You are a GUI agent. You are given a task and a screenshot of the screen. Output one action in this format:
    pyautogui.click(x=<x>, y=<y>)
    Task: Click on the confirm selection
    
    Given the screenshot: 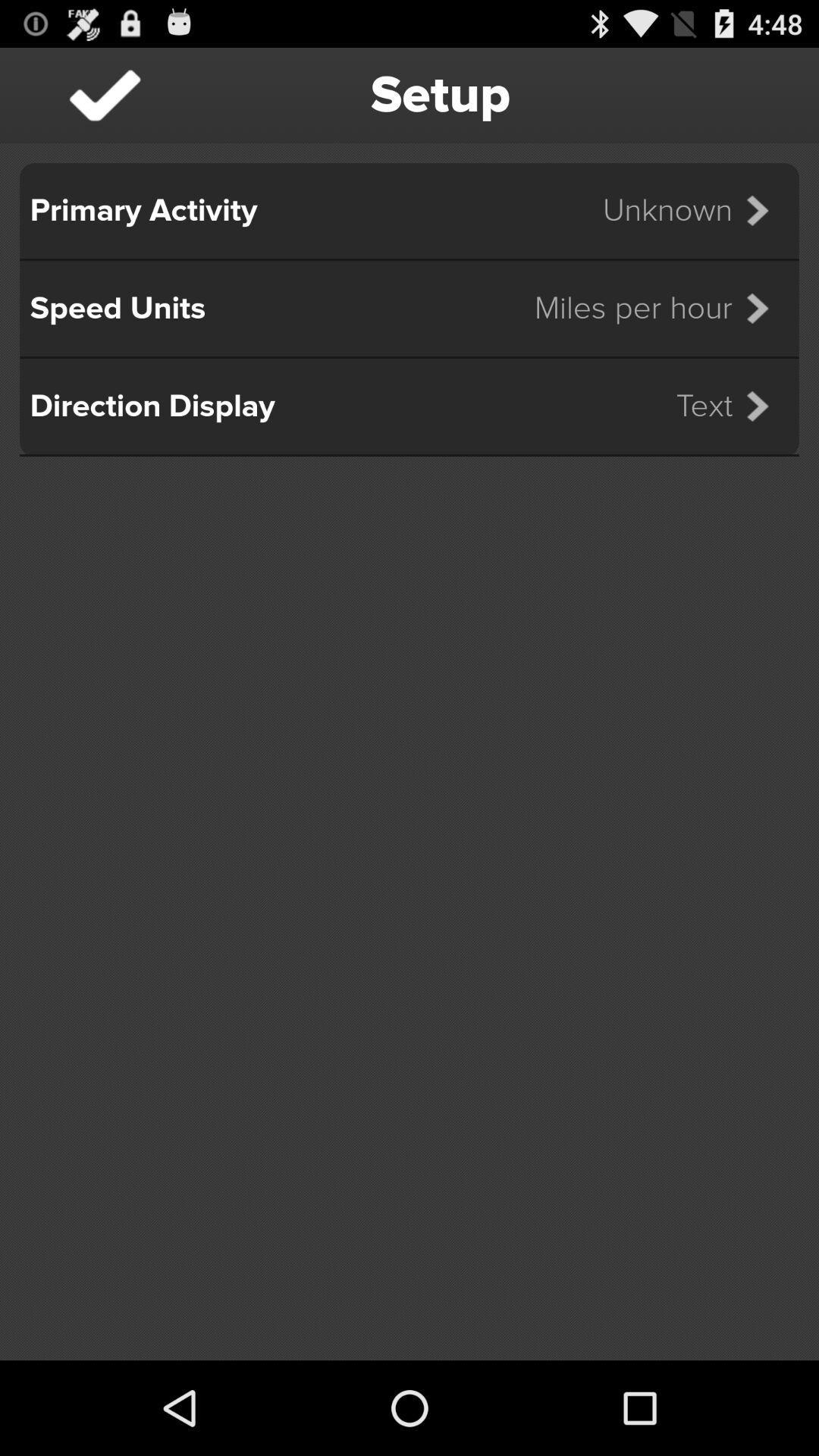 What is the action you would take?
    pyautogui.click(x=104, y=94)
    